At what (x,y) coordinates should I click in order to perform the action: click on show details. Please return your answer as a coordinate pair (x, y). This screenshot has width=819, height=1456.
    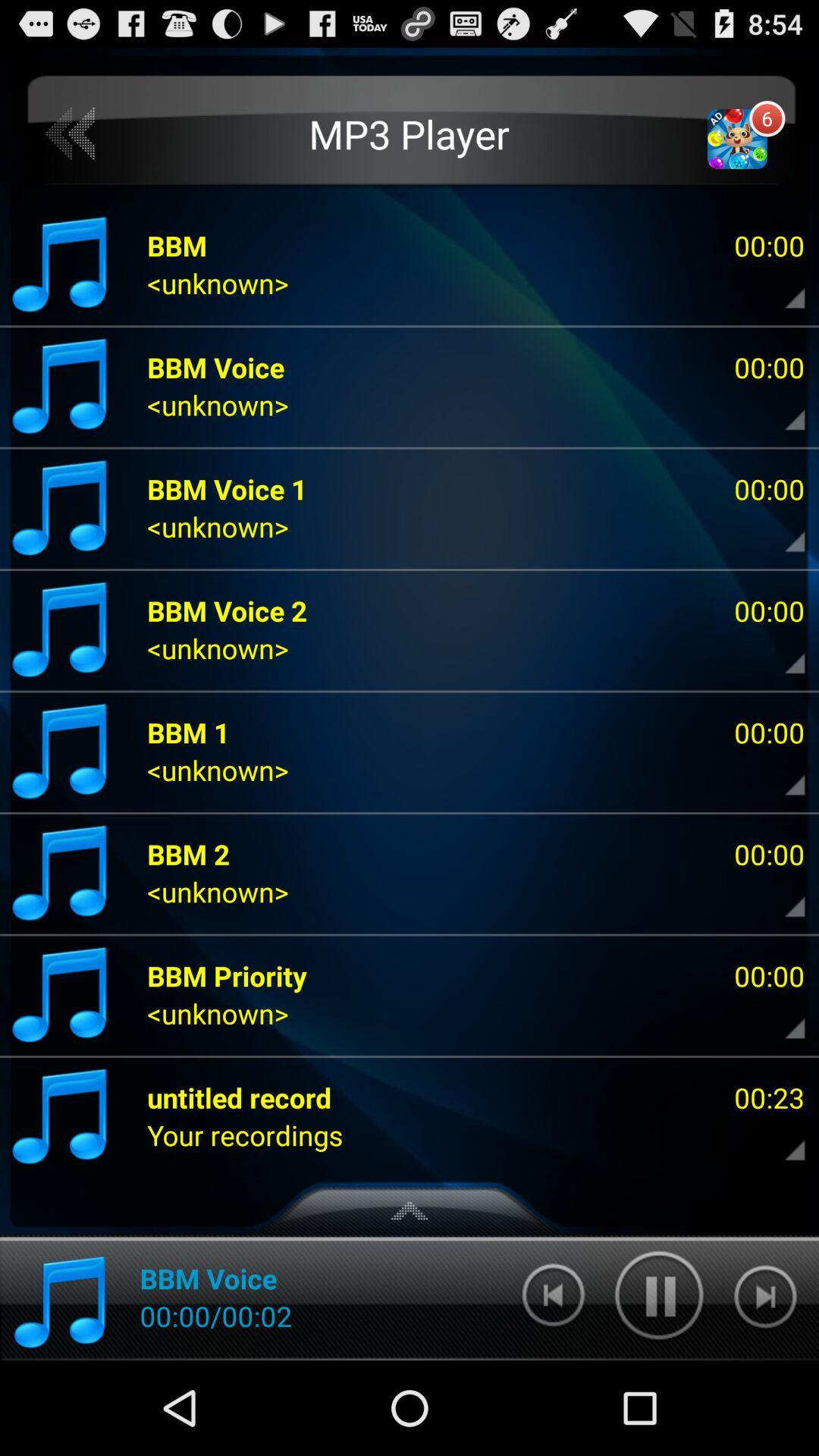
    Looking at the image, I should click on (782, 652).